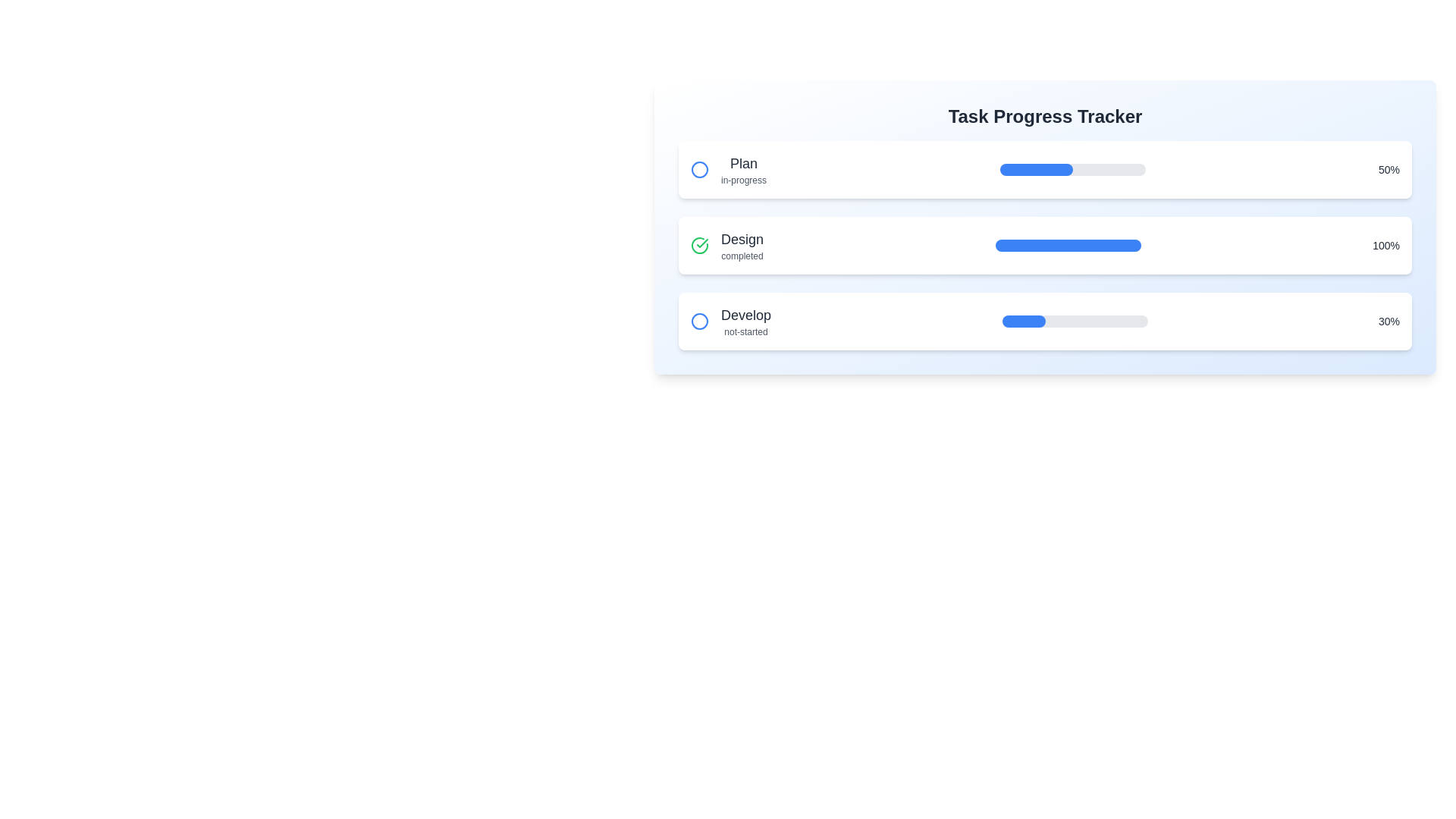  I want to click on the progress tracker item indicating 100% completion of the 'Design' task, which is the second item in a vertical list, so click(1044, 245).